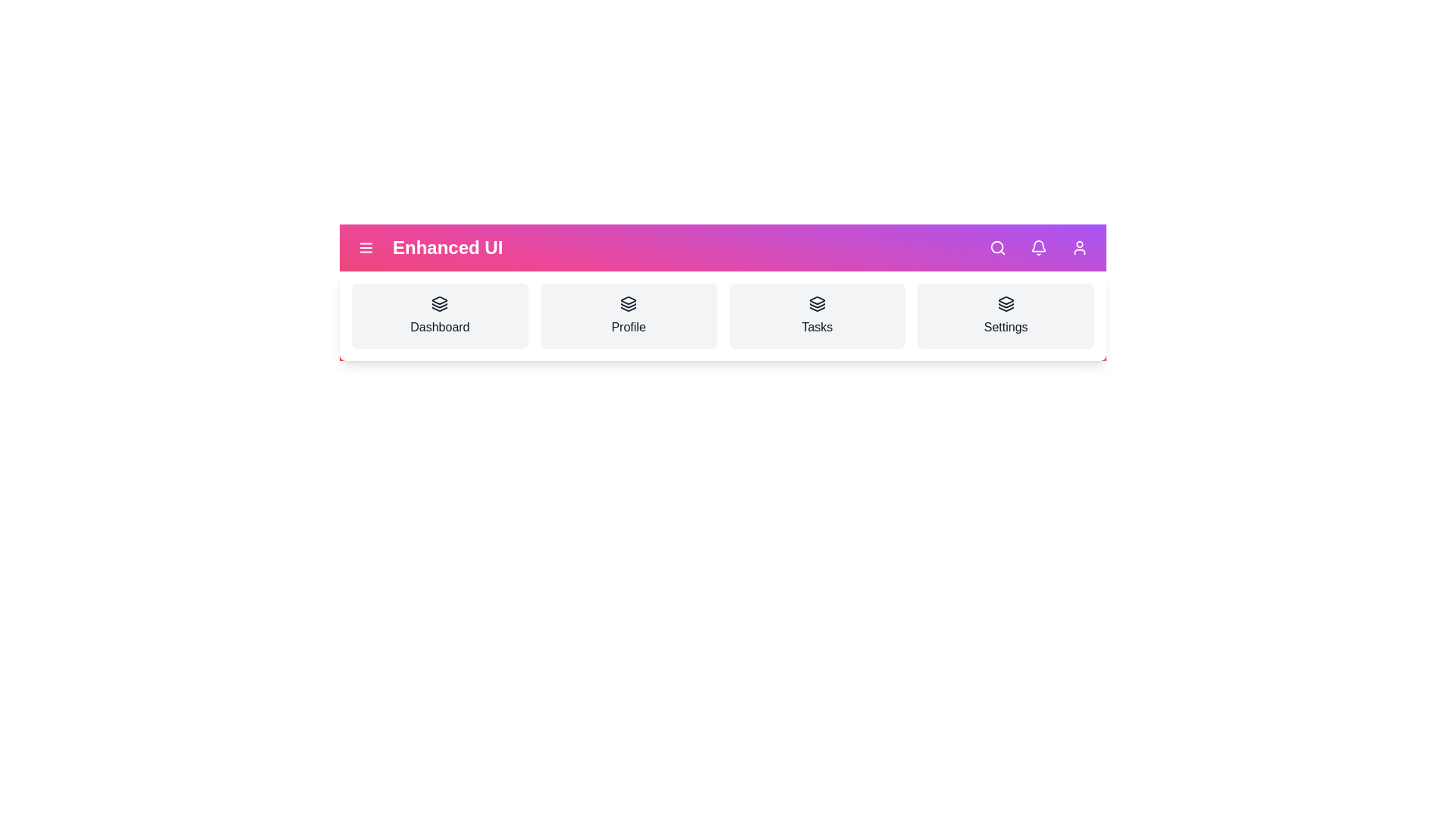  Describe the element at coordinates (629, 315) in the screenshot. I see `the interactive element profile_link` at that location.